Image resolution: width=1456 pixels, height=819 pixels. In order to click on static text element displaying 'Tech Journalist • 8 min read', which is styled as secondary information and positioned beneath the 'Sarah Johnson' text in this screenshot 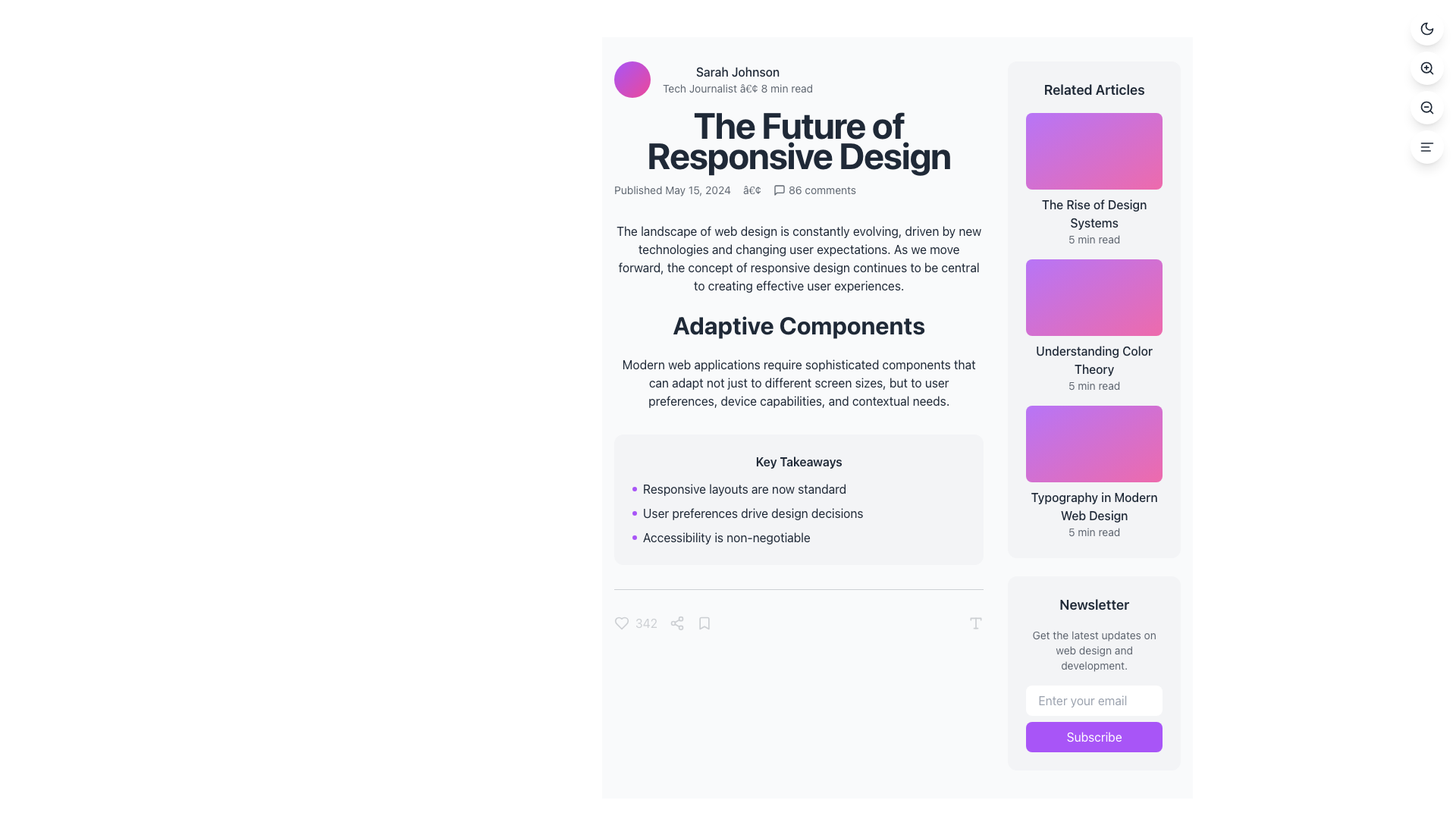, I will do `click(738, 88)`.